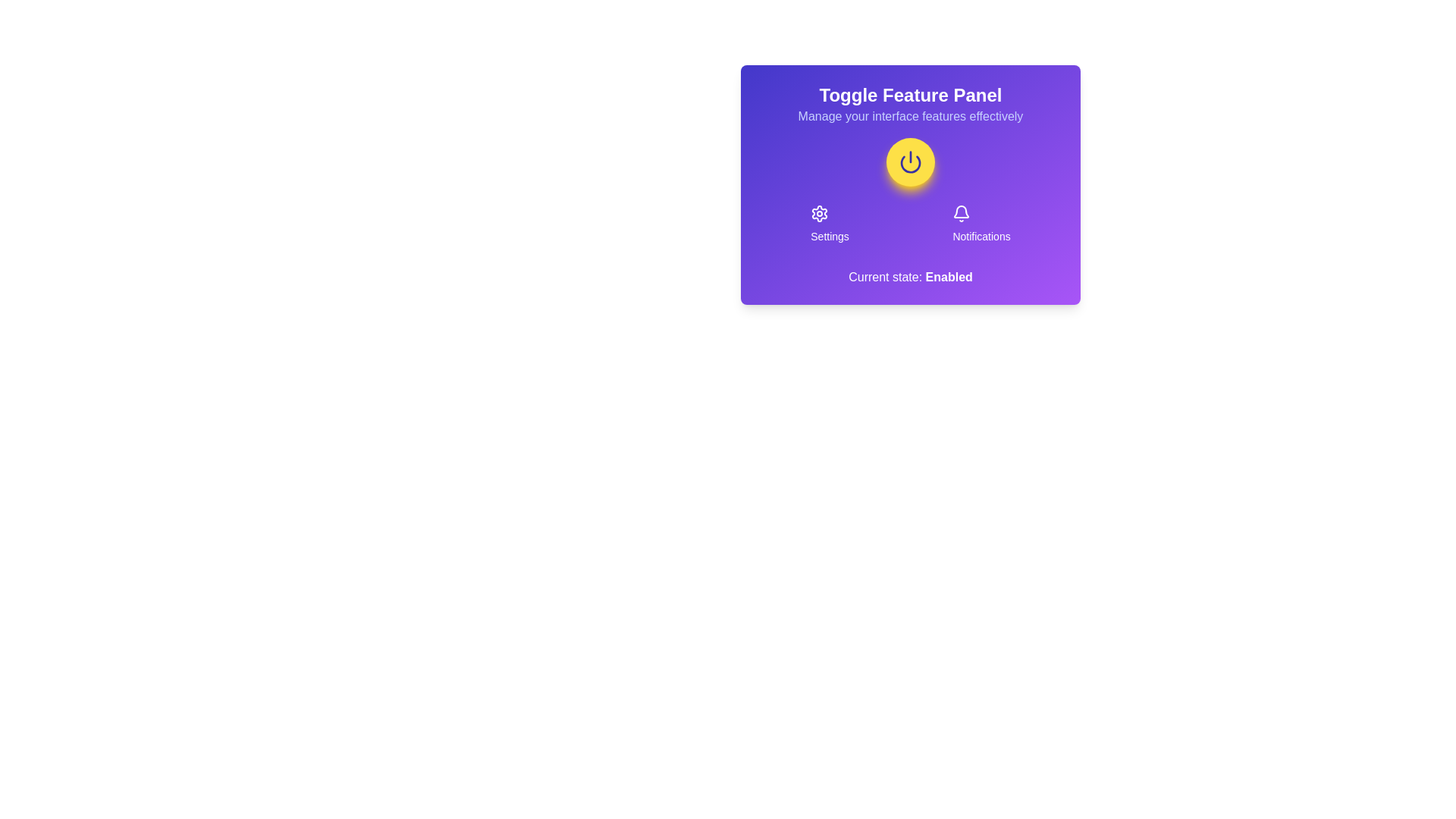  I want to click on the button with a power symbol located in the center of the 'Toggle Feature Panel', so click(910, 162).